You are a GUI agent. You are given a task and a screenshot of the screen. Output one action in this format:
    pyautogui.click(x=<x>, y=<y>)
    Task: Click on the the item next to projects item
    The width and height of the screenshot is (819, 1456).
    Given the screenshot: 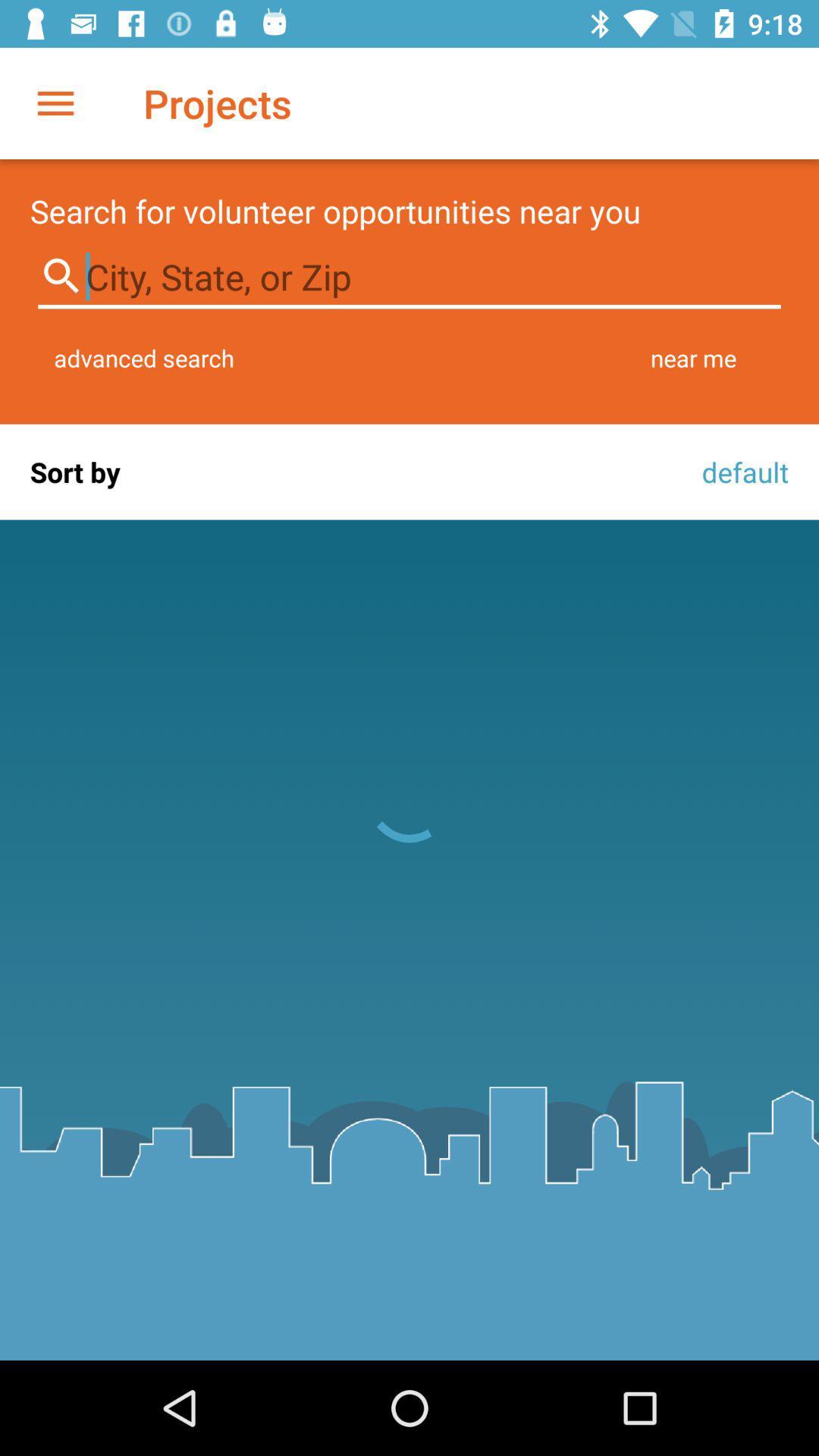 What is the action you would take?
    pyautogui.click(x=55, y=102)
    